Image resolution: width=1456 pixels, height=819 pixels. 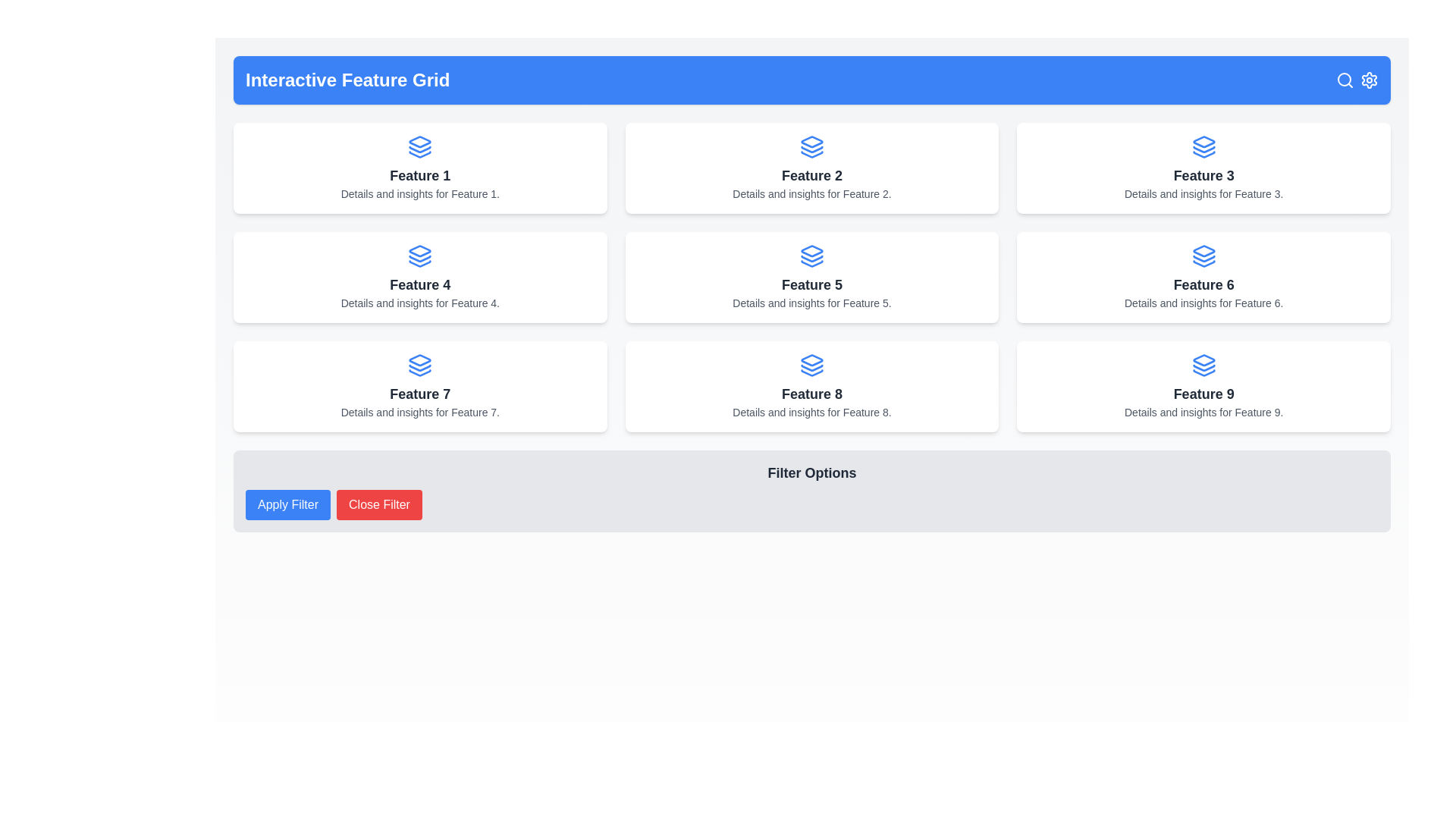 I want to click on the second line of descriptive static text in the card for 'Feature 7', located in the bottom row, third card from the left, so click(x=420, y=412).